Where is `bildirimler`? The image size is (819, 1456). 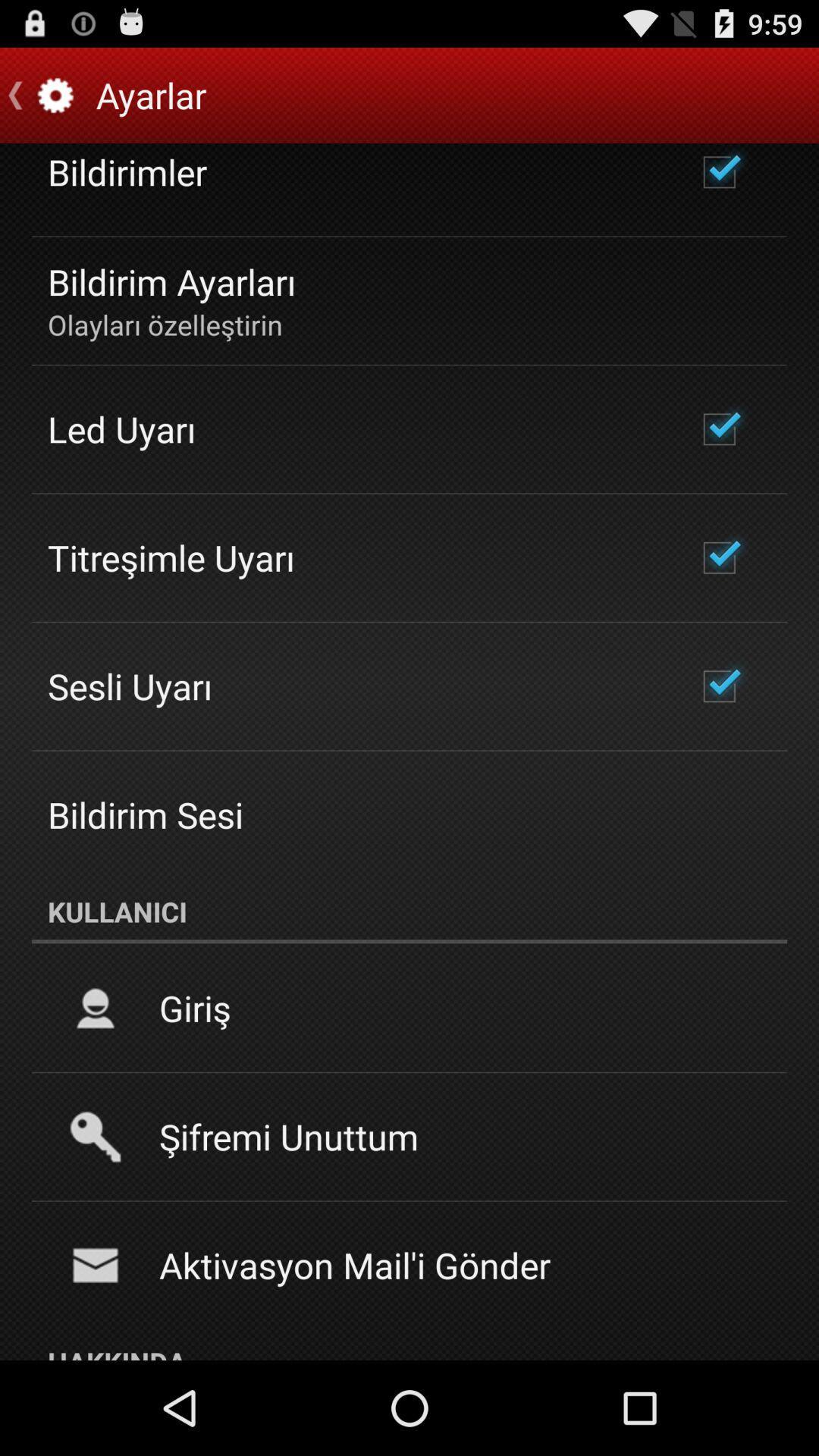 bildirimler is located at coordinates (127, 171).